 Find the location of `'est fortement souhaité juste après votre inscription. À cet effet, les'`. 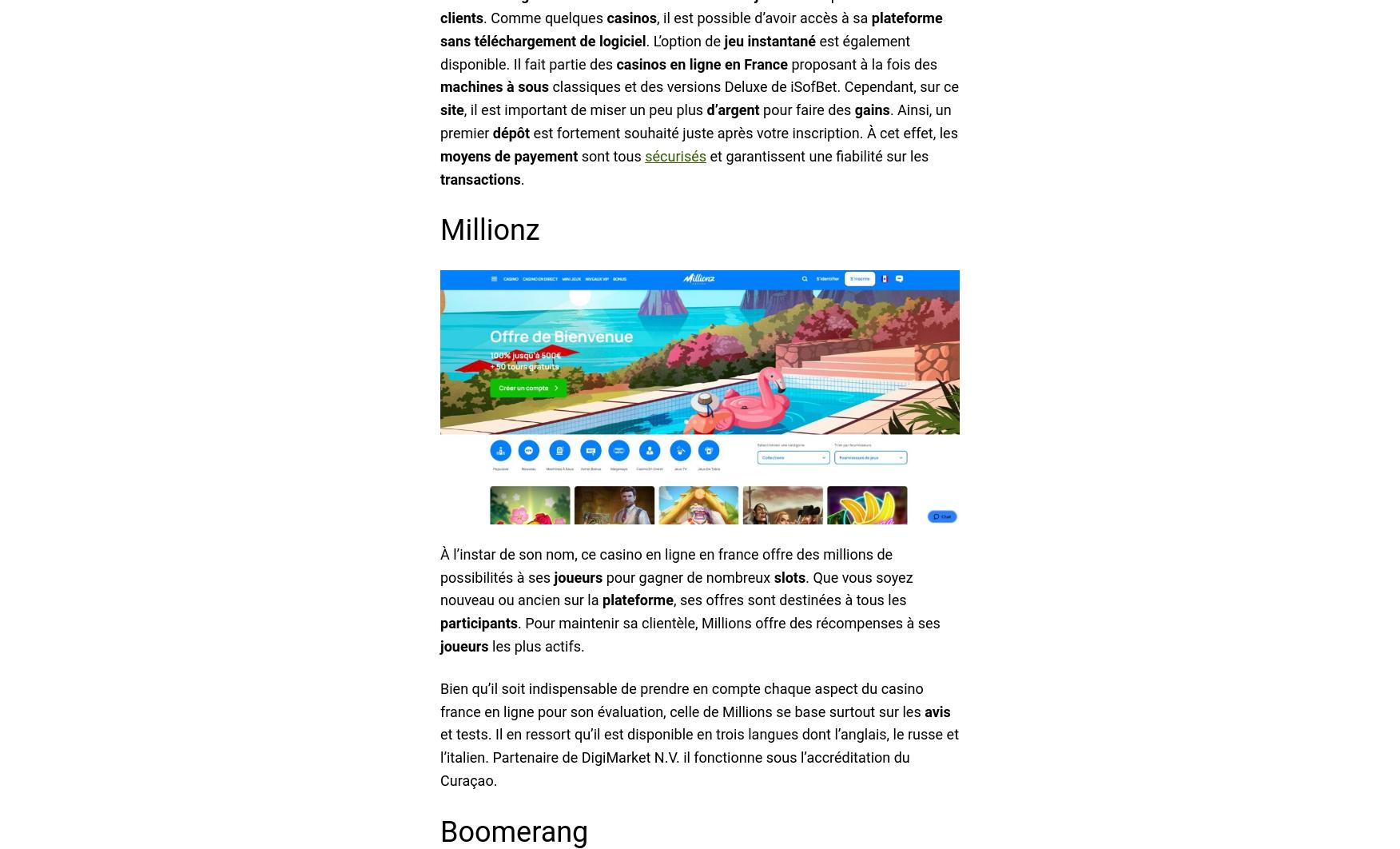

'est fortement souhaité juste après votre inscription. À cet effet, les' is located at coordinates (743, 133).